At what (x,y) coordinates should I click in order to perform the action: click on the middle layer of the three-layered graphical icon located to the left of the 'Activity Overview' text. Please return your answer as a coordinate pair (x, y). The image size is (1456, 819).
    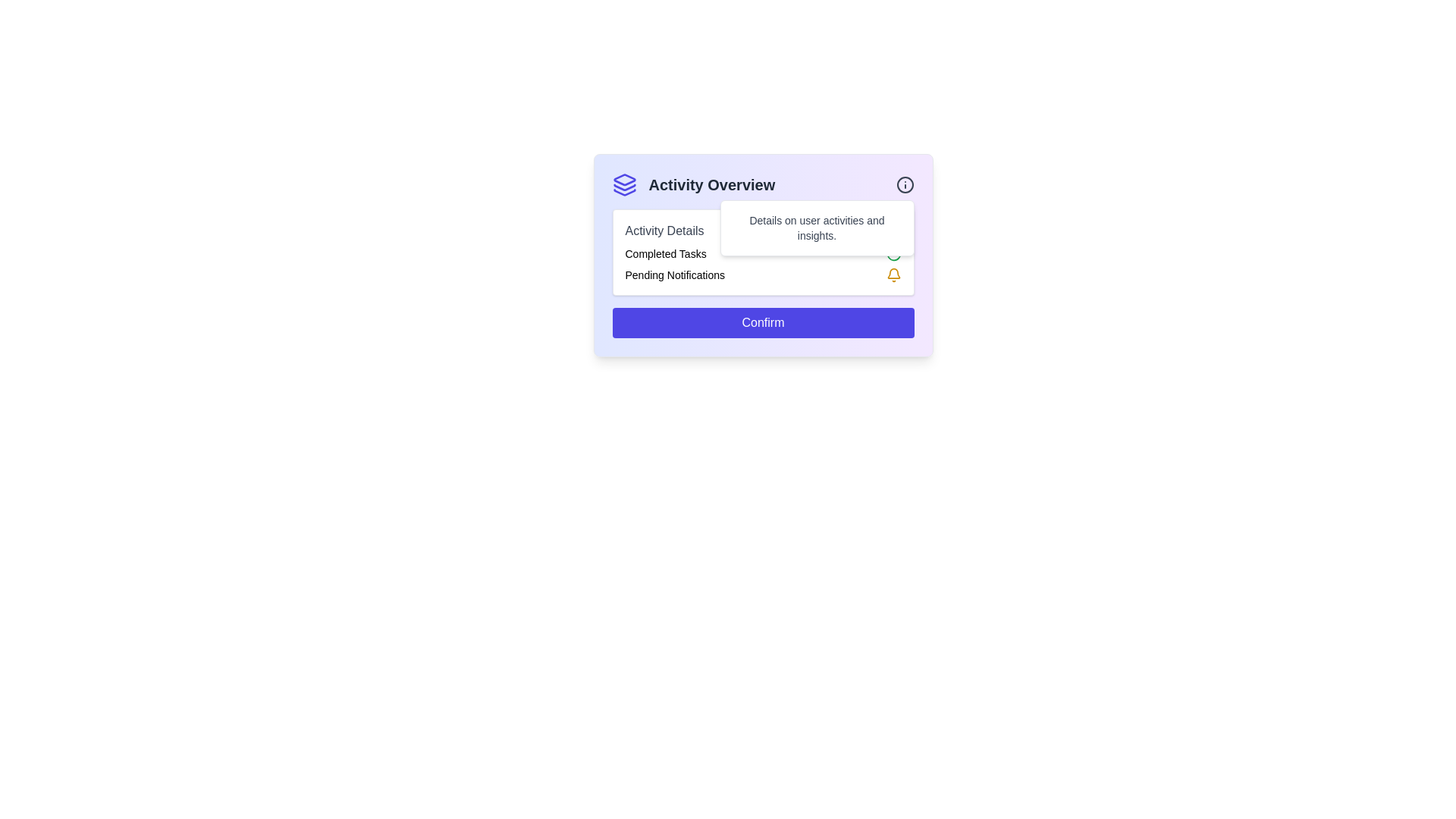
    Looking at the image, I should click on (624, 187).